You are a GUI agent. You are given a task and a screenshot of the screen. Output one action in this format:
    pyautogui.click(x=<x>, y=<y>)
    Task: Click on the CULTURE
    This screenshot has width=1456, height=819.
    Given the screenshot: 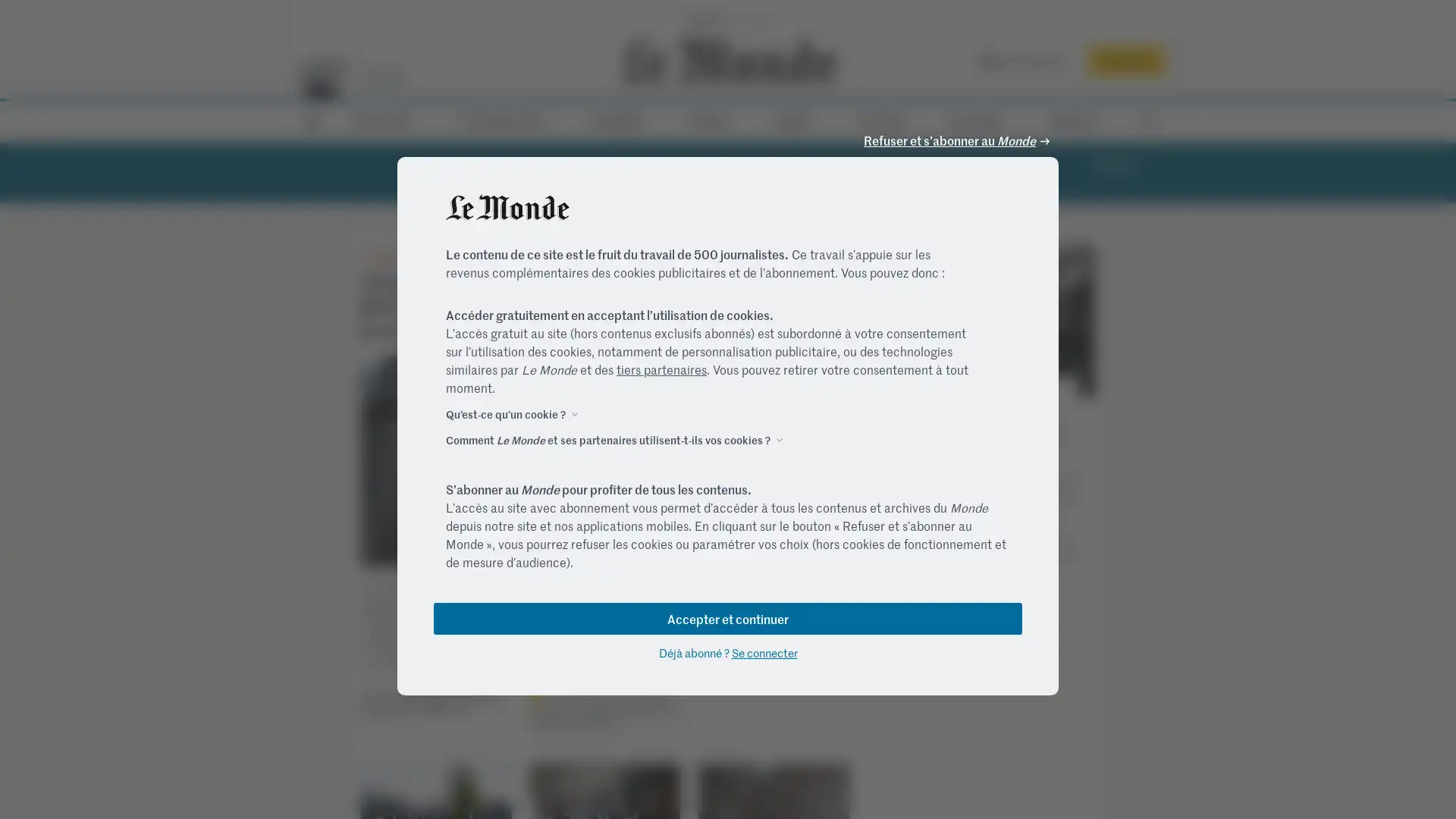 What is the action you would take?
    pyautogui.click(x=888, y=120)
    